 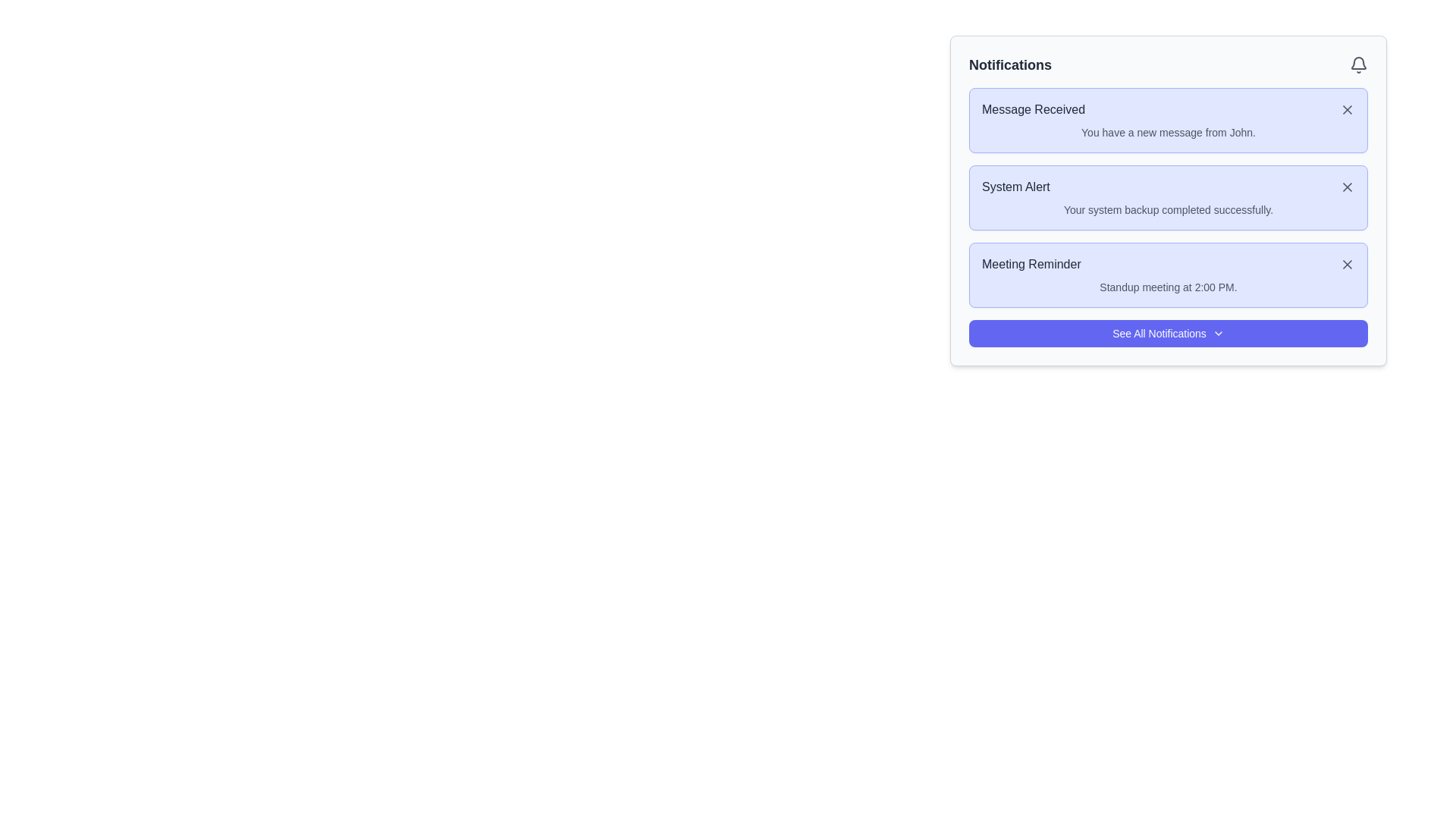 I want to click on the 'System Alert' text label, which is styled with medium font weight and gray color, located in the second notification block of the notification panel, so click(x=1015, y=186).